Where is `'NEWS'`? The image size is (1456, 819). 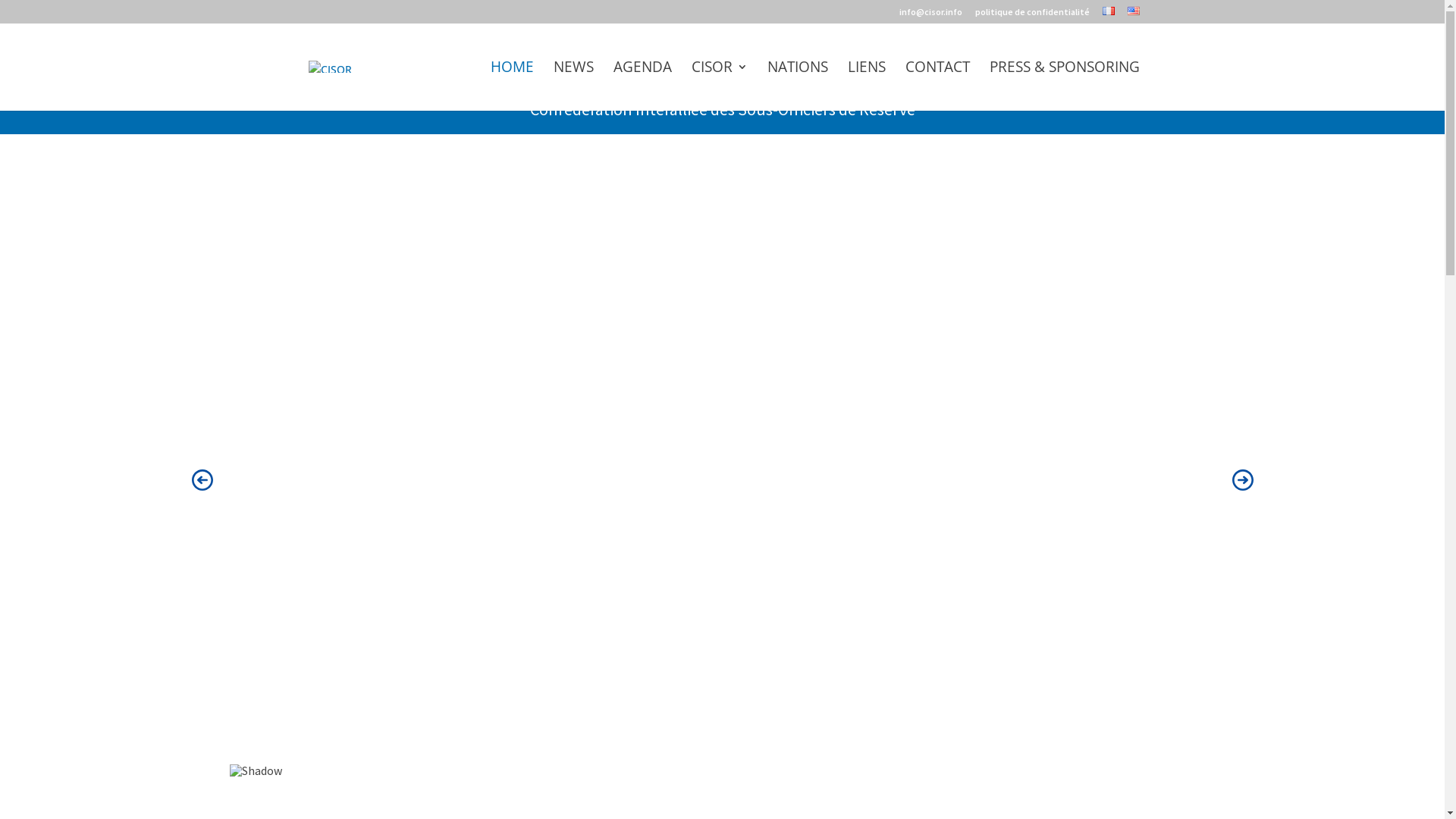
'NEWS' is located at coordinates (573, 86).